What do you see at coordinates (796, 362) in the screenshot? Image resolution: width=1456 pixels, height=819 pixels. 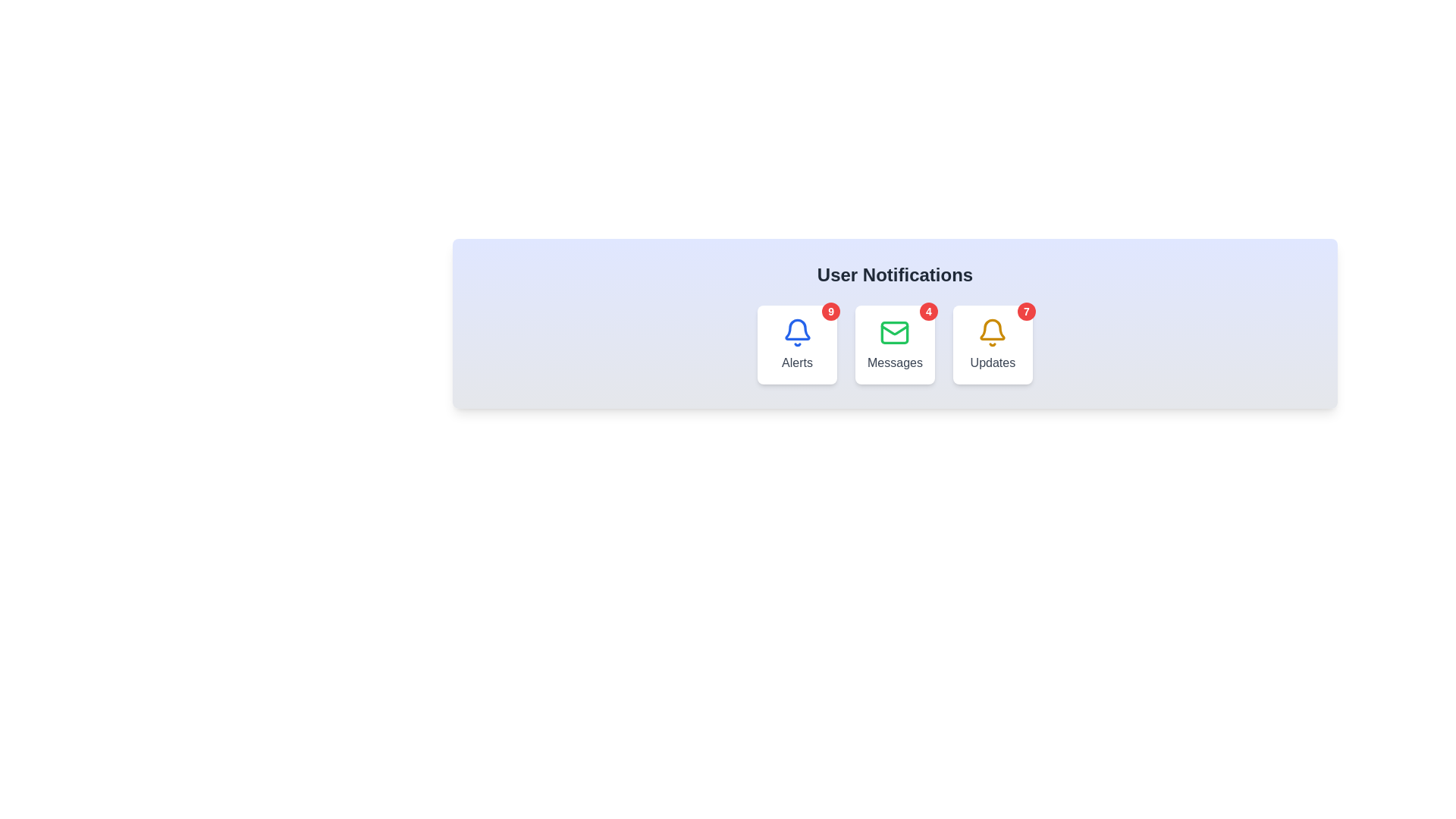 I see `the 'Alerts' label in the notifications section, positioned below the bell icon and red notification badge` at bounding box center [796, 362].